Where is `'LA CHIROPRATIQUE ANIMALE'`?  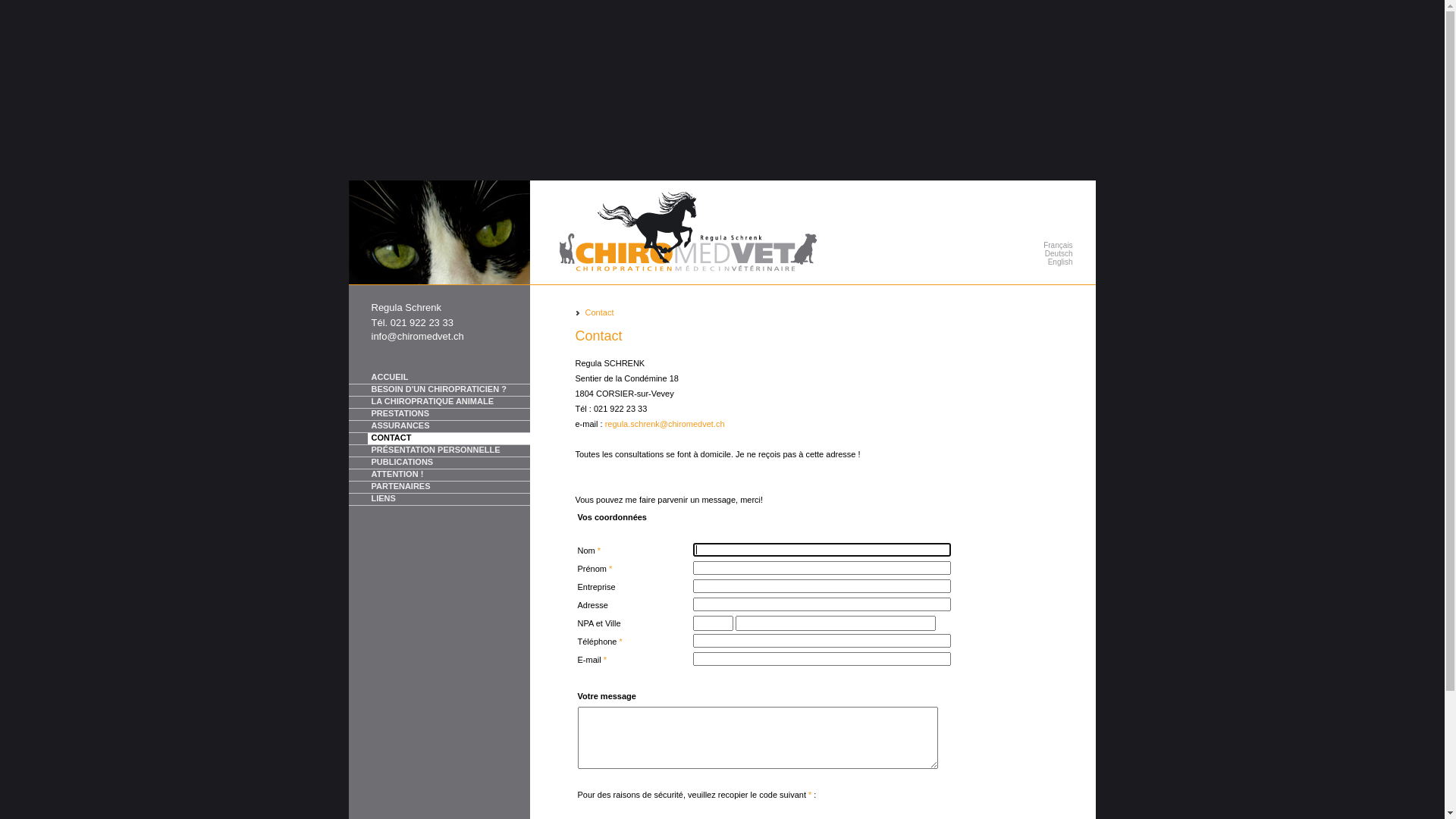
'LA CHIROPRATIQUE ANIMALE' is located at coordinates (348, 402).